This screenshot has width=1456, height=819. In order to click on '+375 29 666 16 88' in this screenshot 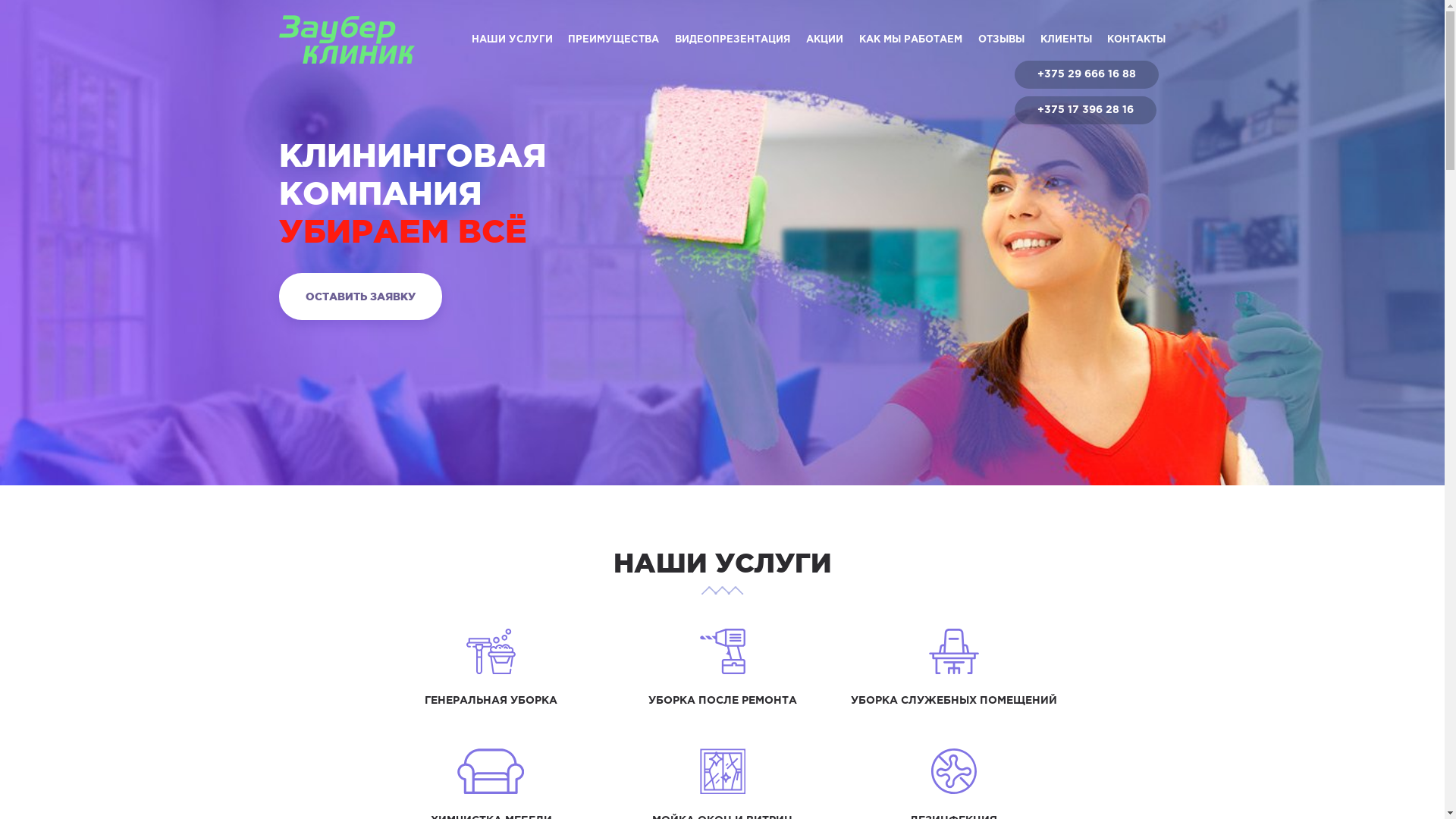, I will do `click(1086, 74)`.